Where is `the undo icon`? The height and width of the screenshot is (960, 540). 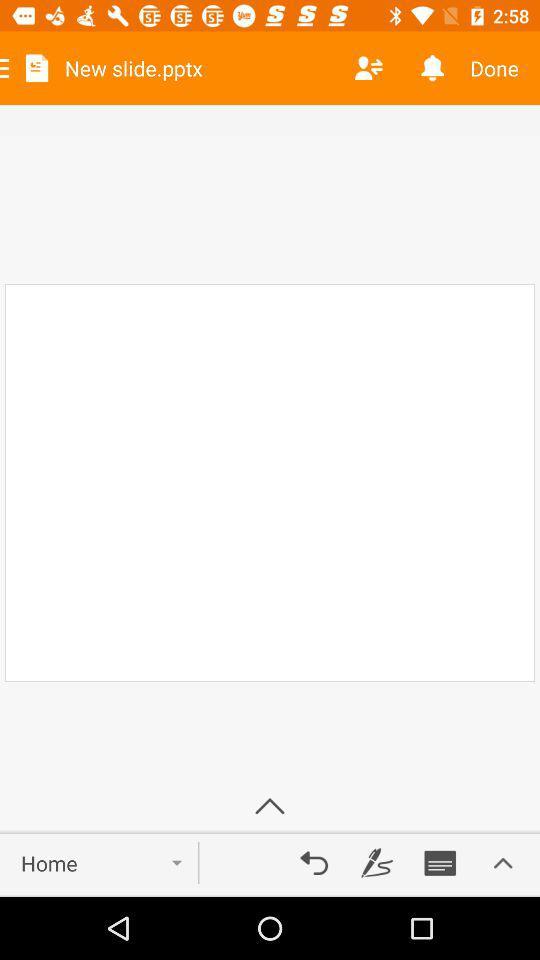 the undo icon is located at coordinates (314, 862).